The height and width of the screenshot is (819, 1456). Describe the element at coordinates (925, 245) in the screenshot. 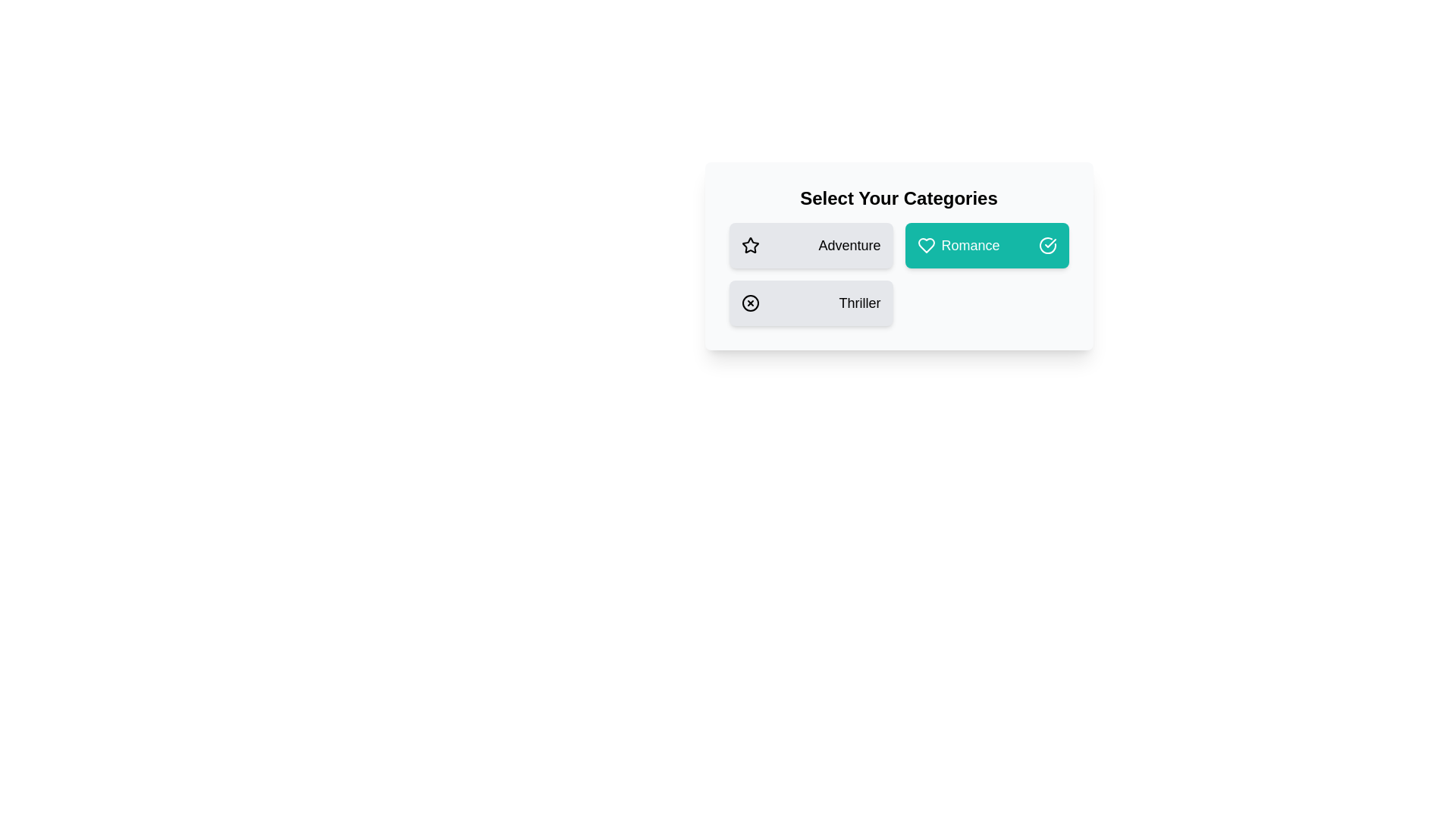

I see `the icon for the category Romance` at that location.